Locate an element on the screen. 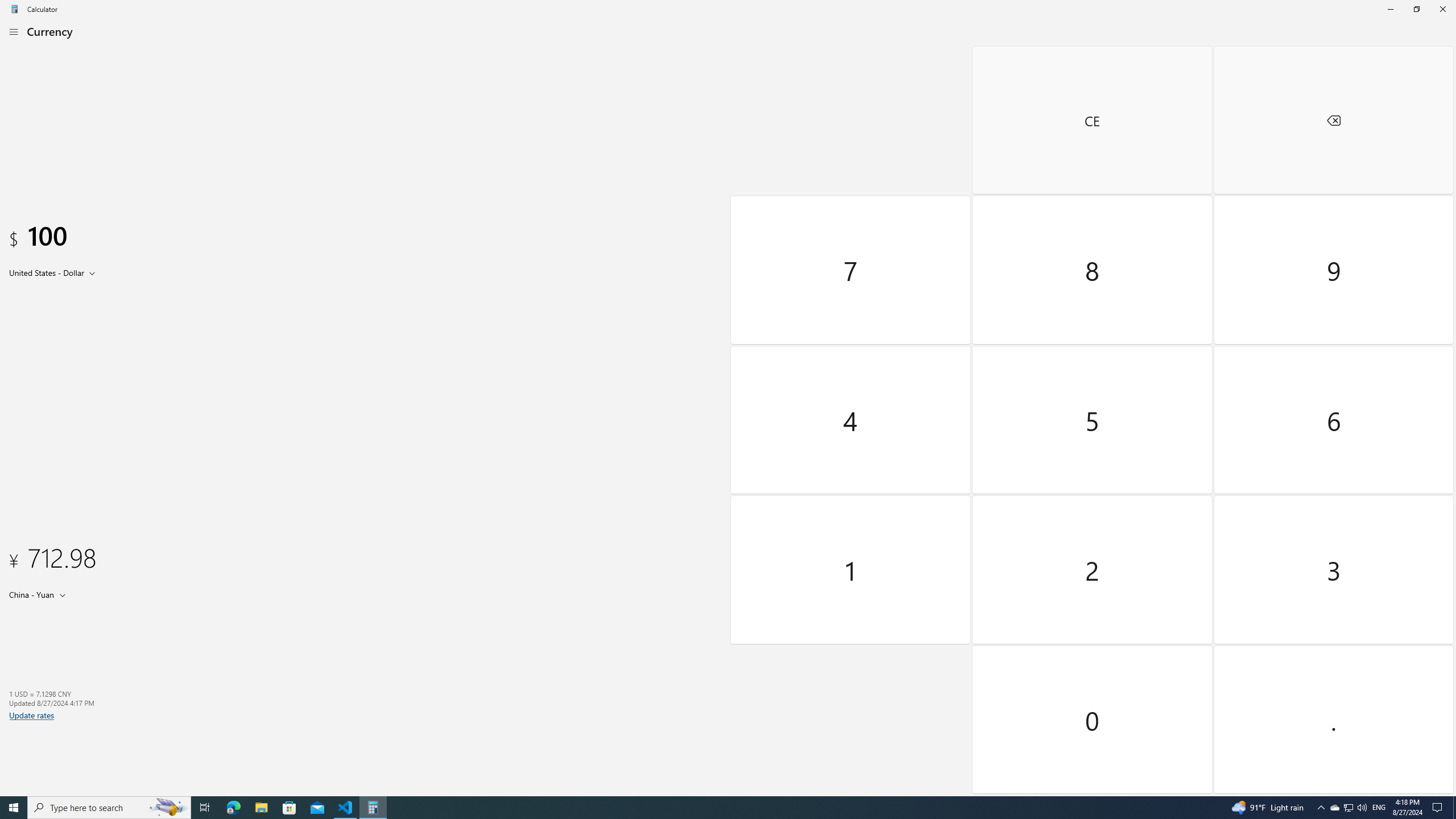 Image resolution: width=1456 pixels, height=819 pixels. 'United States Dollar' is located at coordinates (45, 272).